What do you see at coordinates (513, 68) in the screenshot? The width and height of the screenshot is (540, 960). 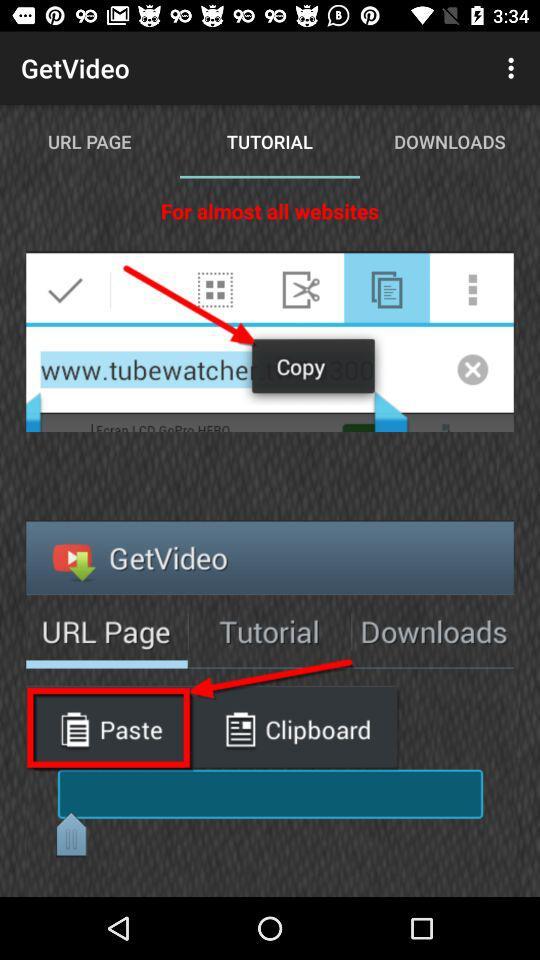 I see `item next to the tutorial item` at bounding box center [513, 68].